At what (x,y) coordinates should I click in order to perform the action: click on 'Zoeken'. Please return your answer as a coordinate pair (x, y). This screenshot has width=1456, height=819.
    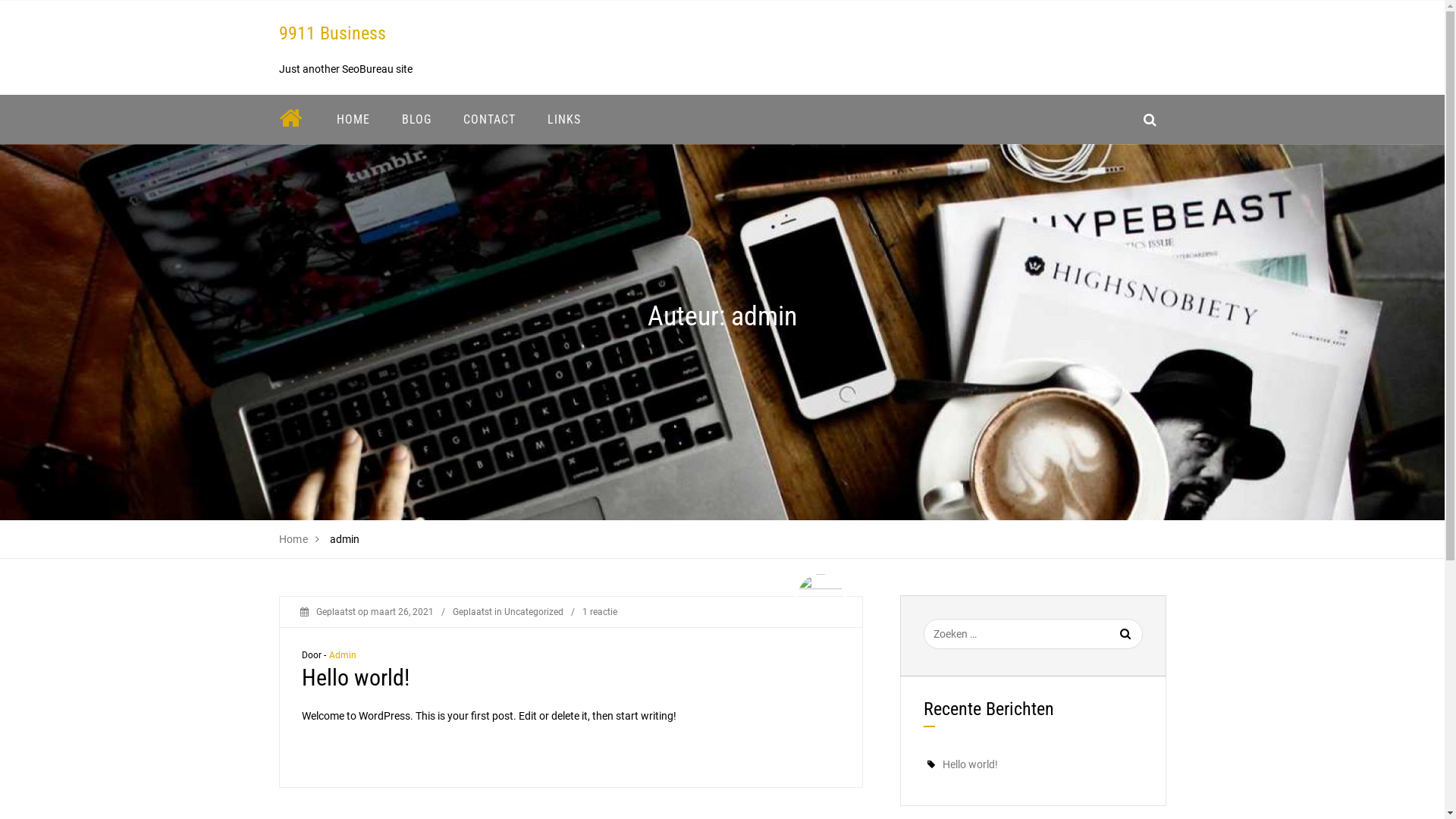
    Looking at the image, I should click on (1107, 643).